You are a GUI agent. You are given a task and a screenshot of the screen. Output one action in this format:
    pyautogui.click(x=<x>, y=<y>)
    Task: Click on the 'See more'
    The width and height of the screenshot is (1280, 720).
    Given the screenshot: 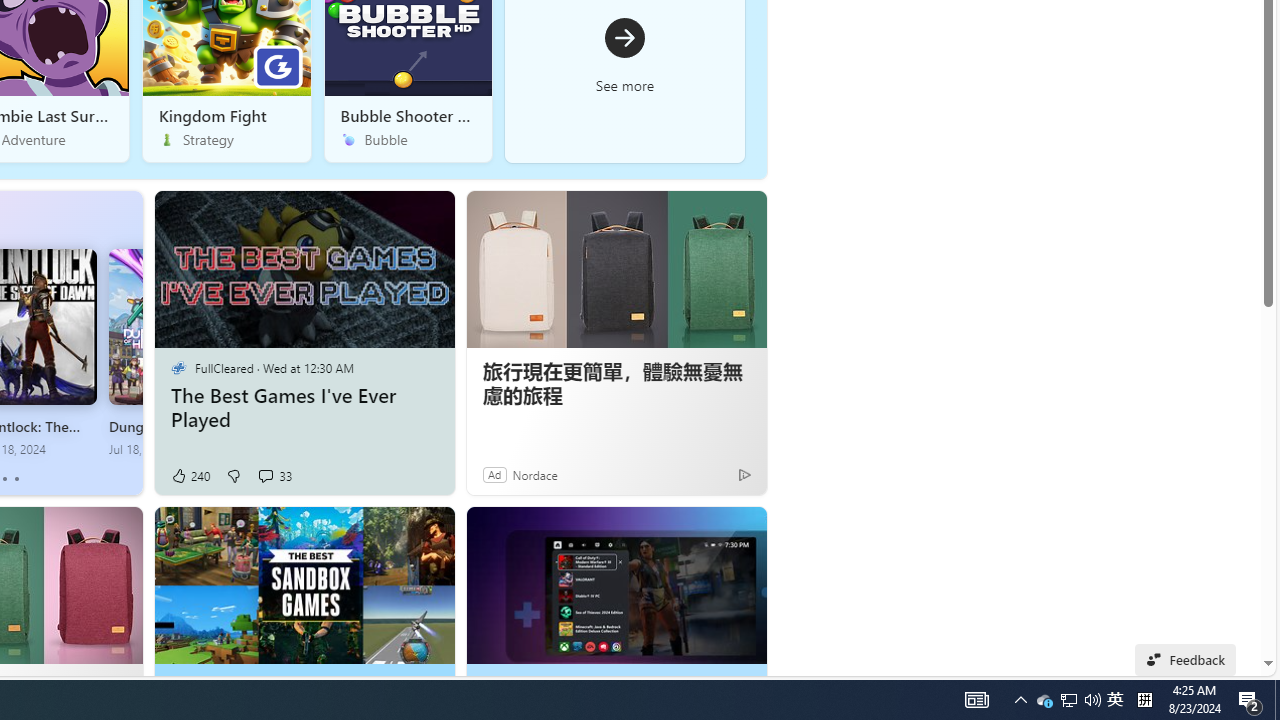 What is the action you would take?
    pyautogui.click(x=624, y=53)
    